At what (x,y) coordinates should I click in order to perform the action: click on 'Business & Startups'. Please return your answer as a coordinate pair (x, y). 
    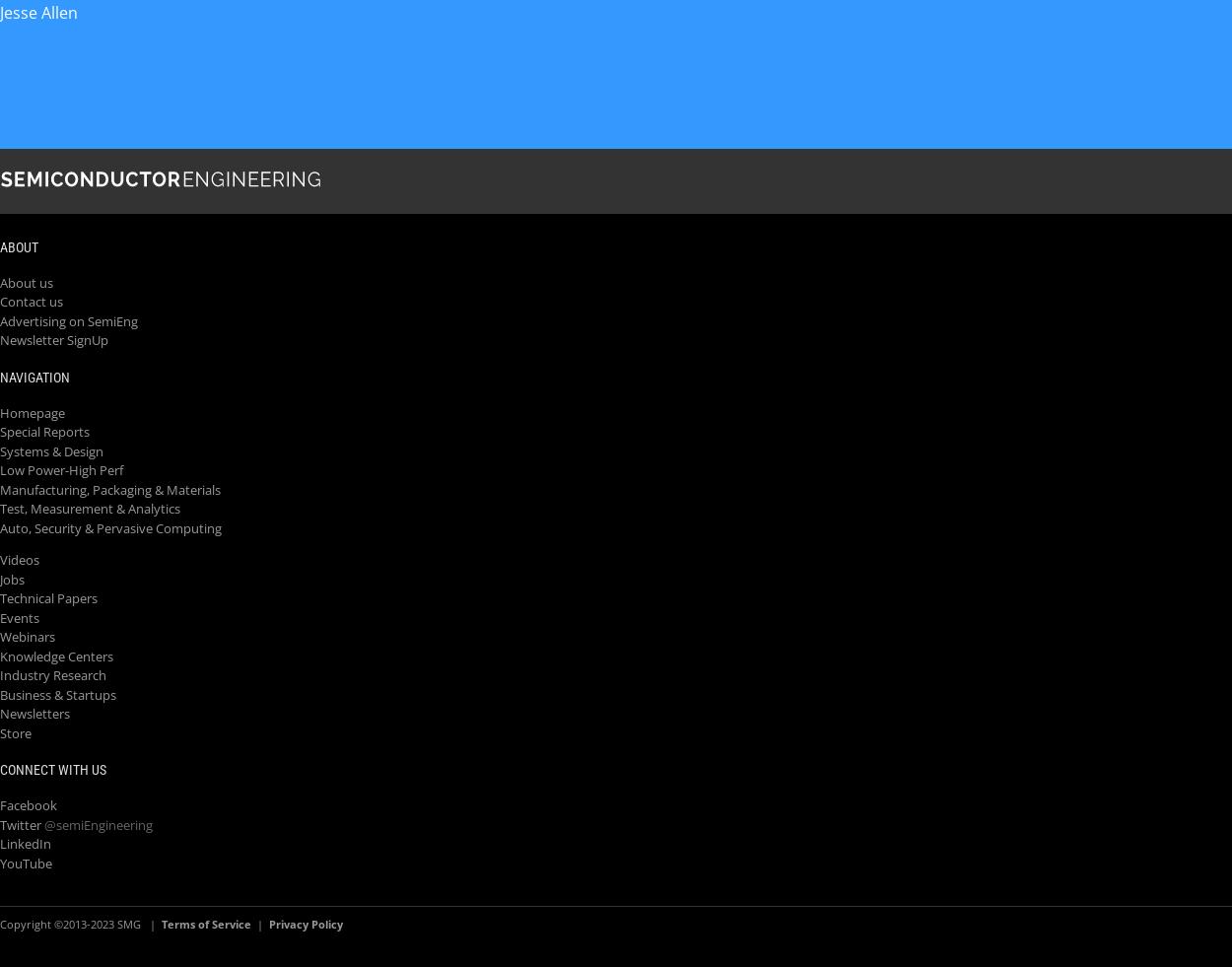
    Looking at the image, I should click on (58, 693).